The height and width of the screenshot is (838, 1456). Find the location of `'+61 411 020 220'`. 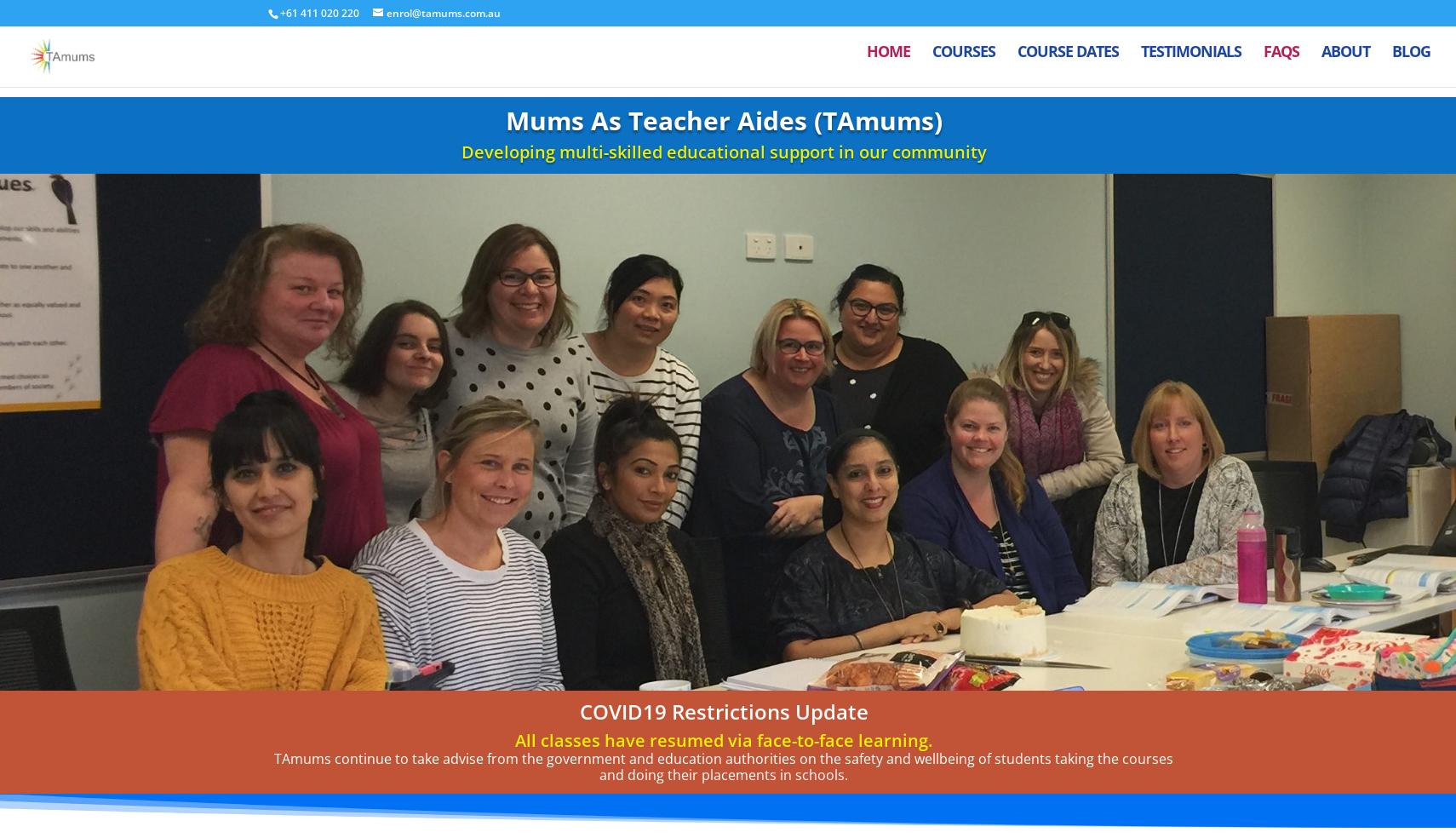

'+61 411 020 220' is located at coordinates (318, 12).